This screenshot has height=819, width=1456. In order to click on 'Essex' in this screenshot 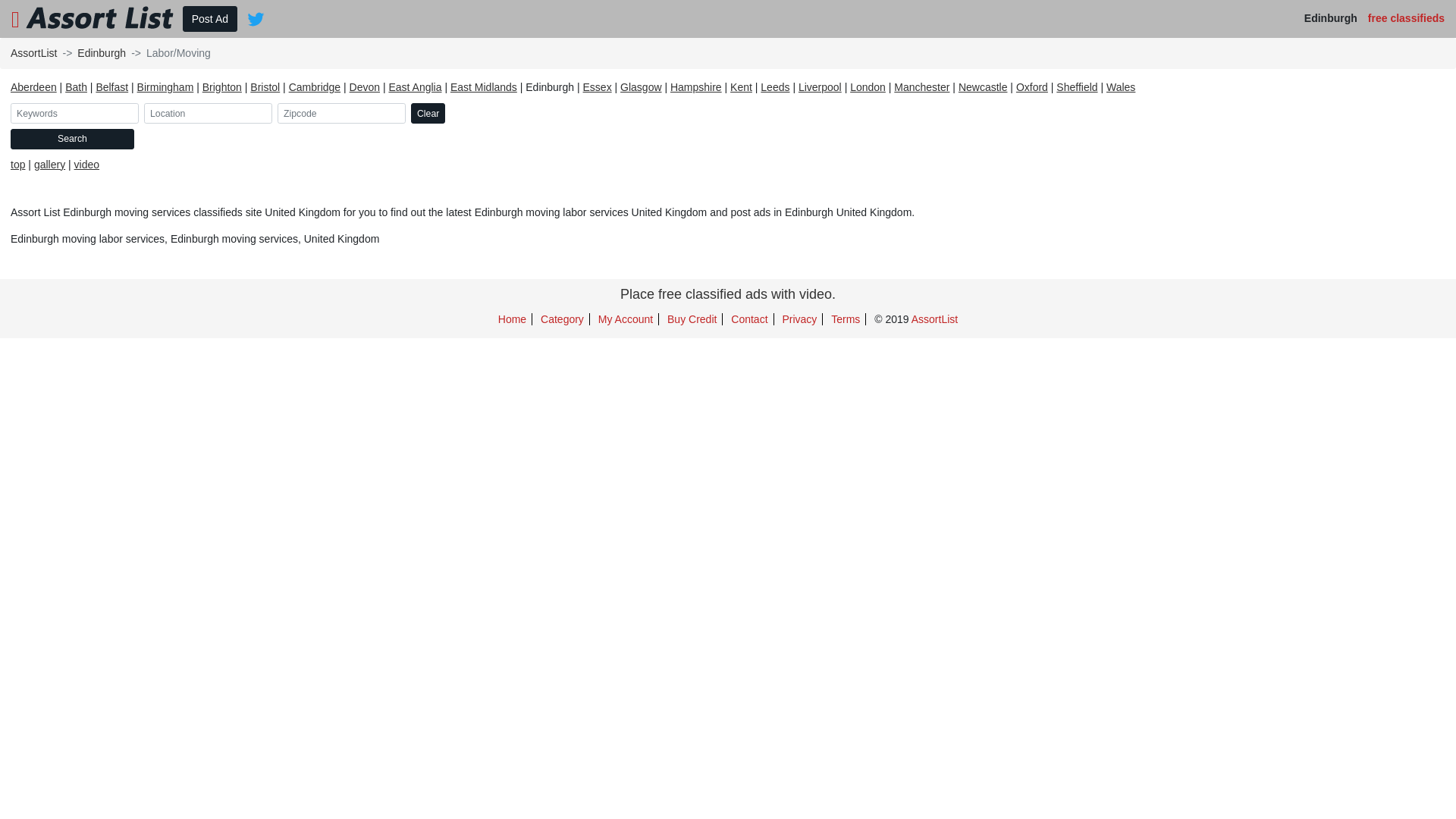, I will do `click(596, 87)`.